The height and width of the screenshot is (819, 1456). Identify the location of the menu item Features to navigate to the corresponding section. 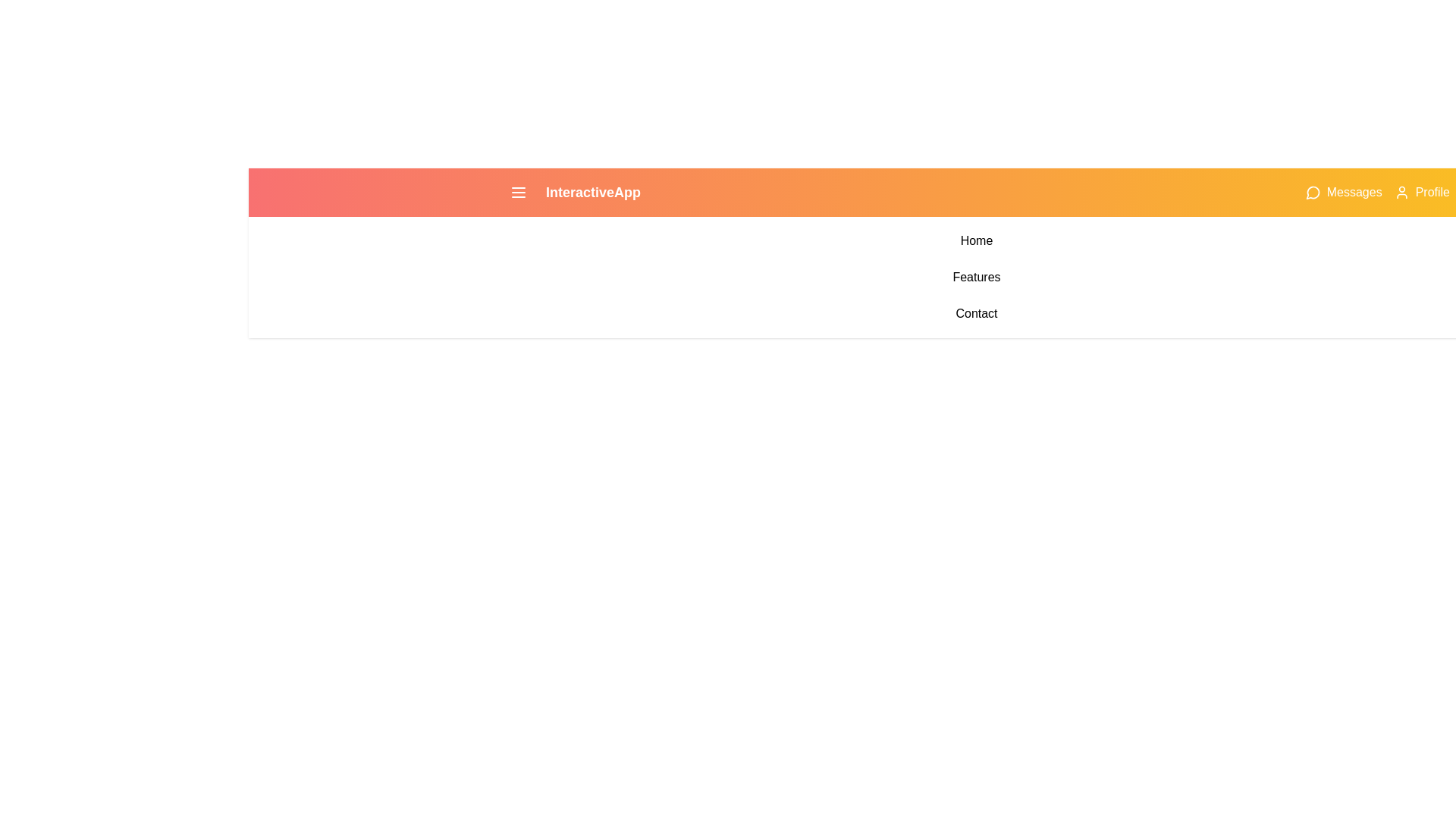
(976, 278).